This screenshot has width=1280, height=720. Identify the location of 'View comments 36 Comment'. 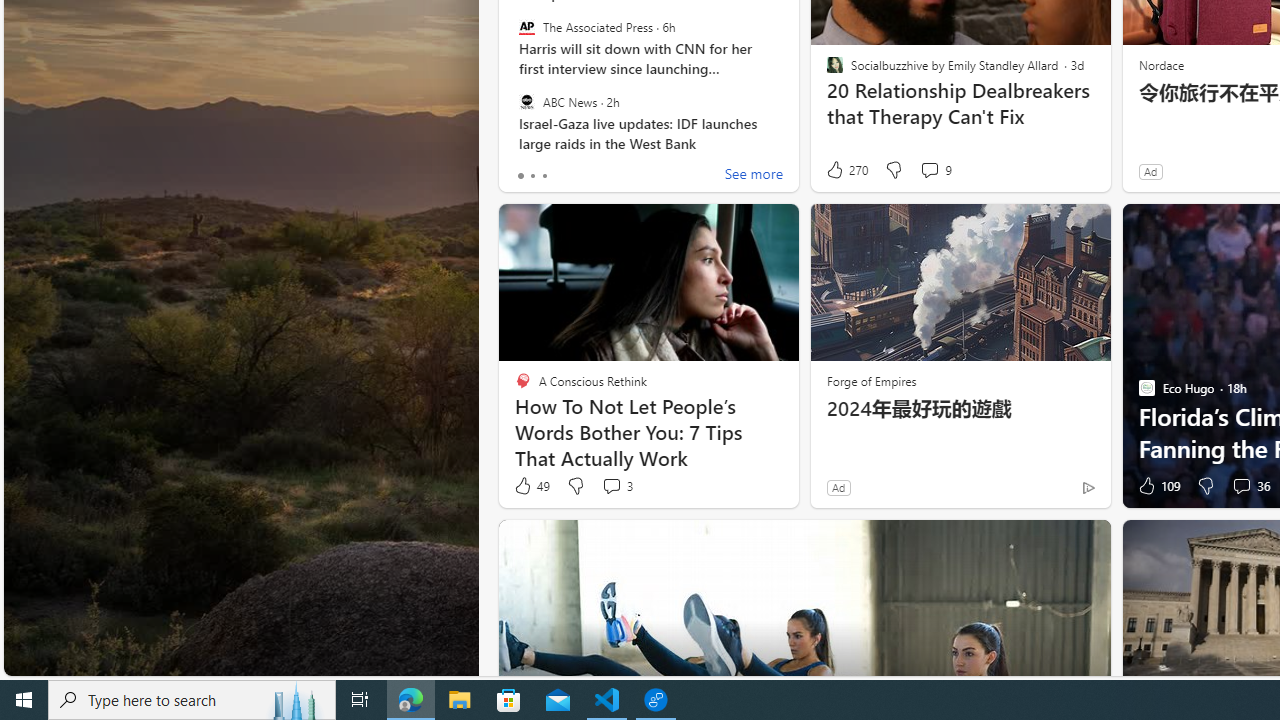
(1248, 486).